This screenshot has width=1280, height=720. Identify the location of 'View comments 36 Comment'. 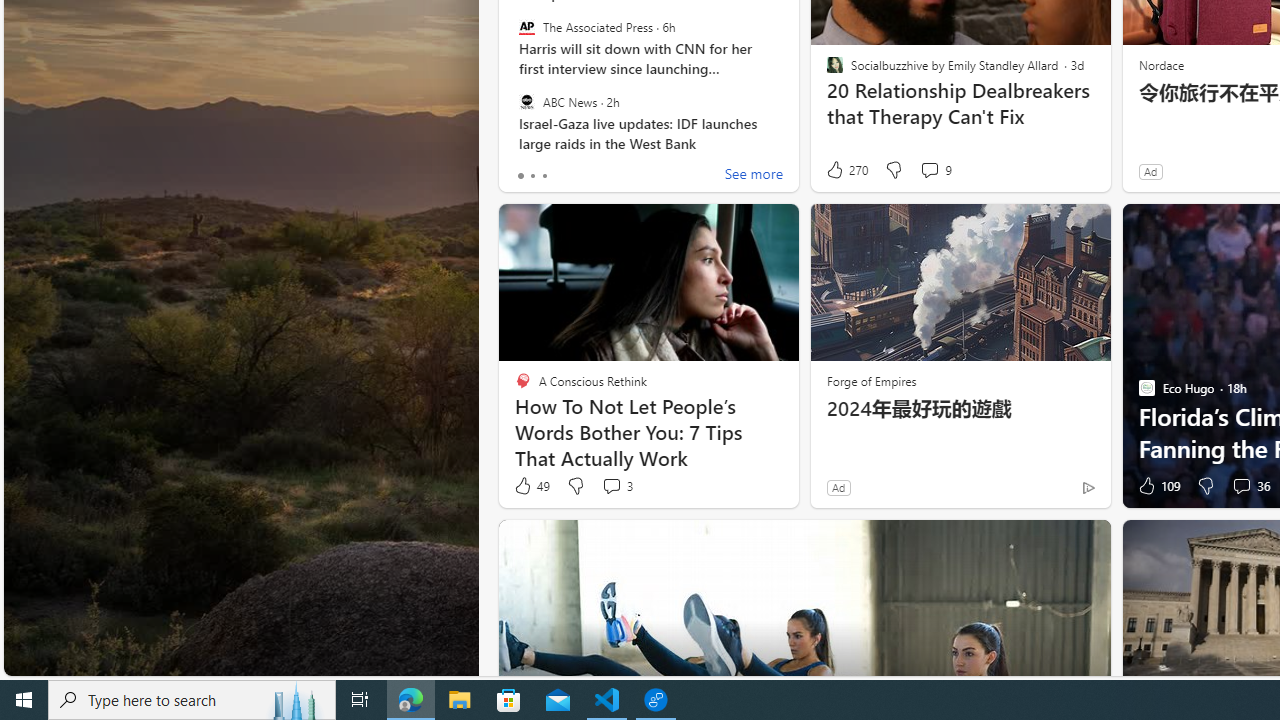
(1248, 486).